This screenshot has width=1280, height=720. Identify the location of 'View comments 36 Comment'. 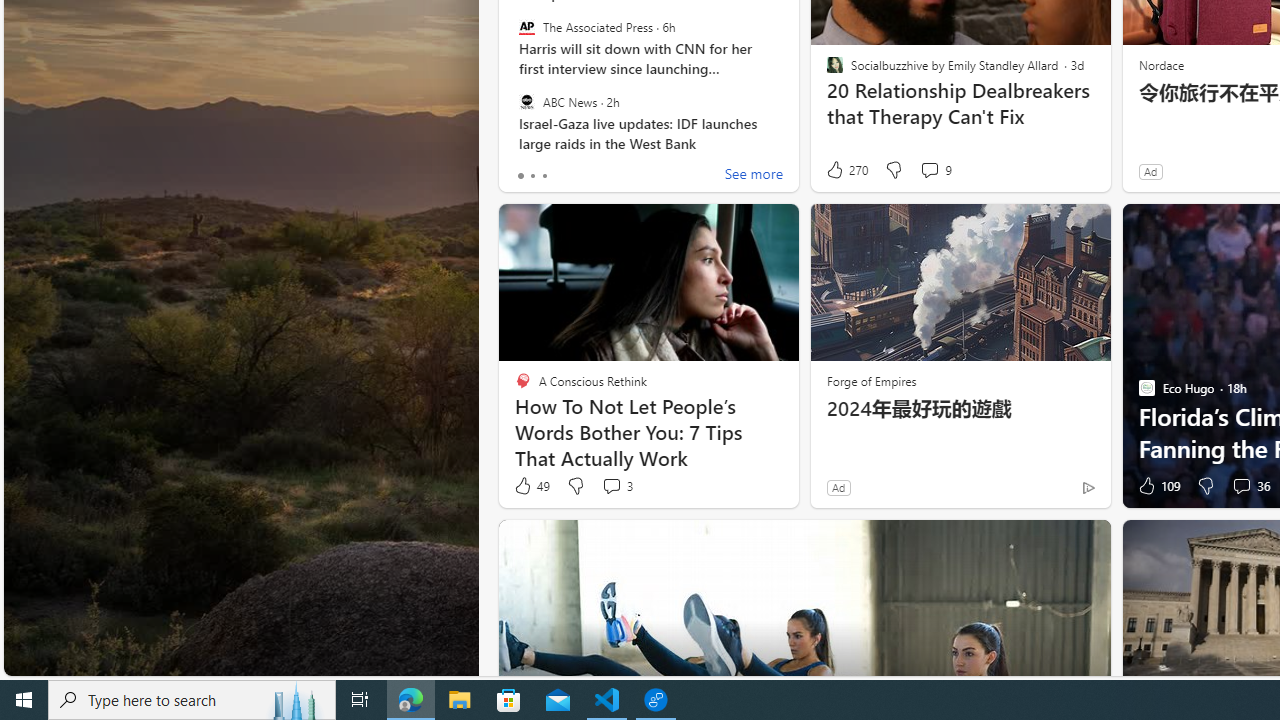
(1248, 486).